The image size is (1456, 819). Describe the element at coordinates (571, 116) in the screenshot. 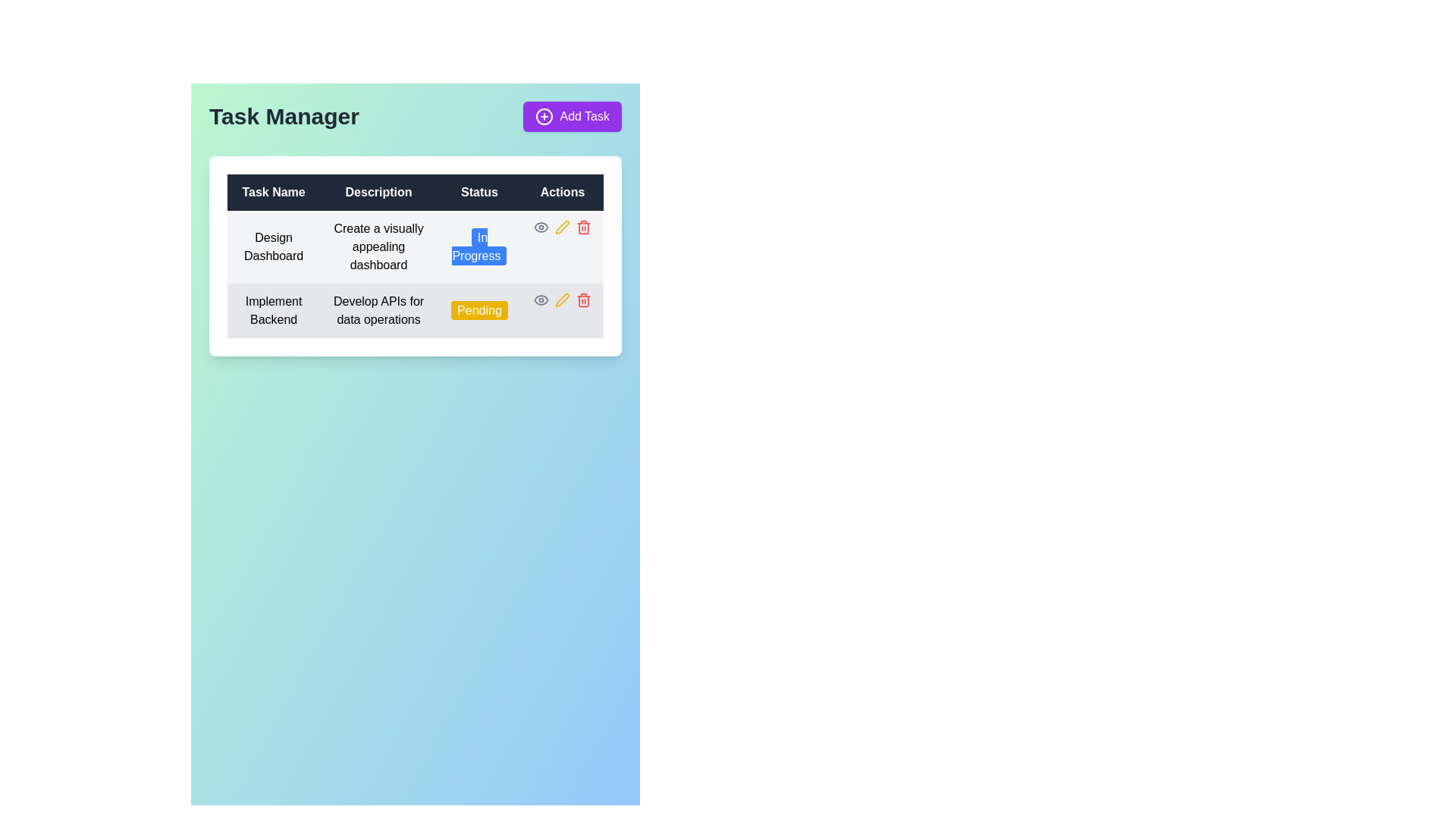

I see `the button located at the top-right corner of the 'Task Manager' header` at that location.